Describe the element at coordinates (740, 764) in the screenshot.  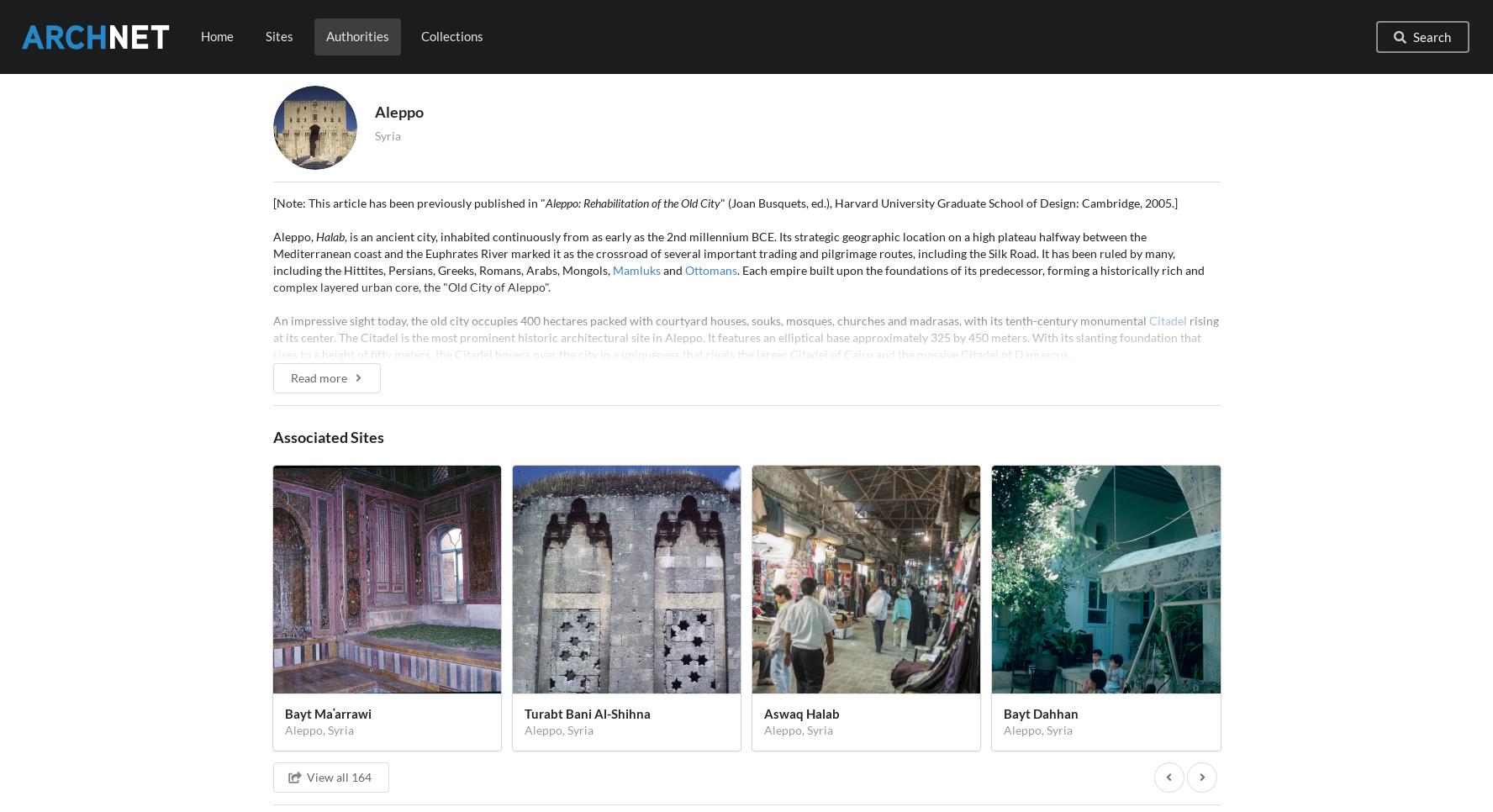
I see `', al-Zaheriya Madrasa,'` at that location.